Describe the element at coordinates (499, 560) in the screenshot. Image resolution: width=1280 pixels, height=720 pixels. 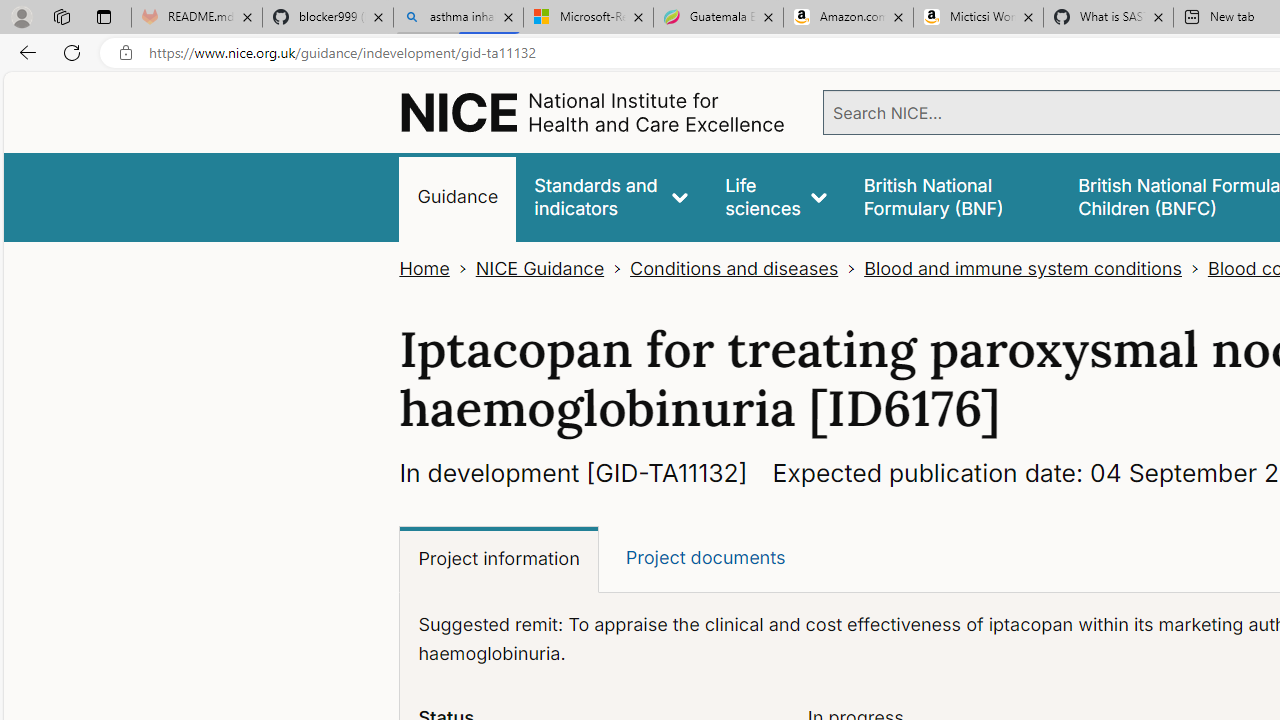
I see `'Project information'` at that location.